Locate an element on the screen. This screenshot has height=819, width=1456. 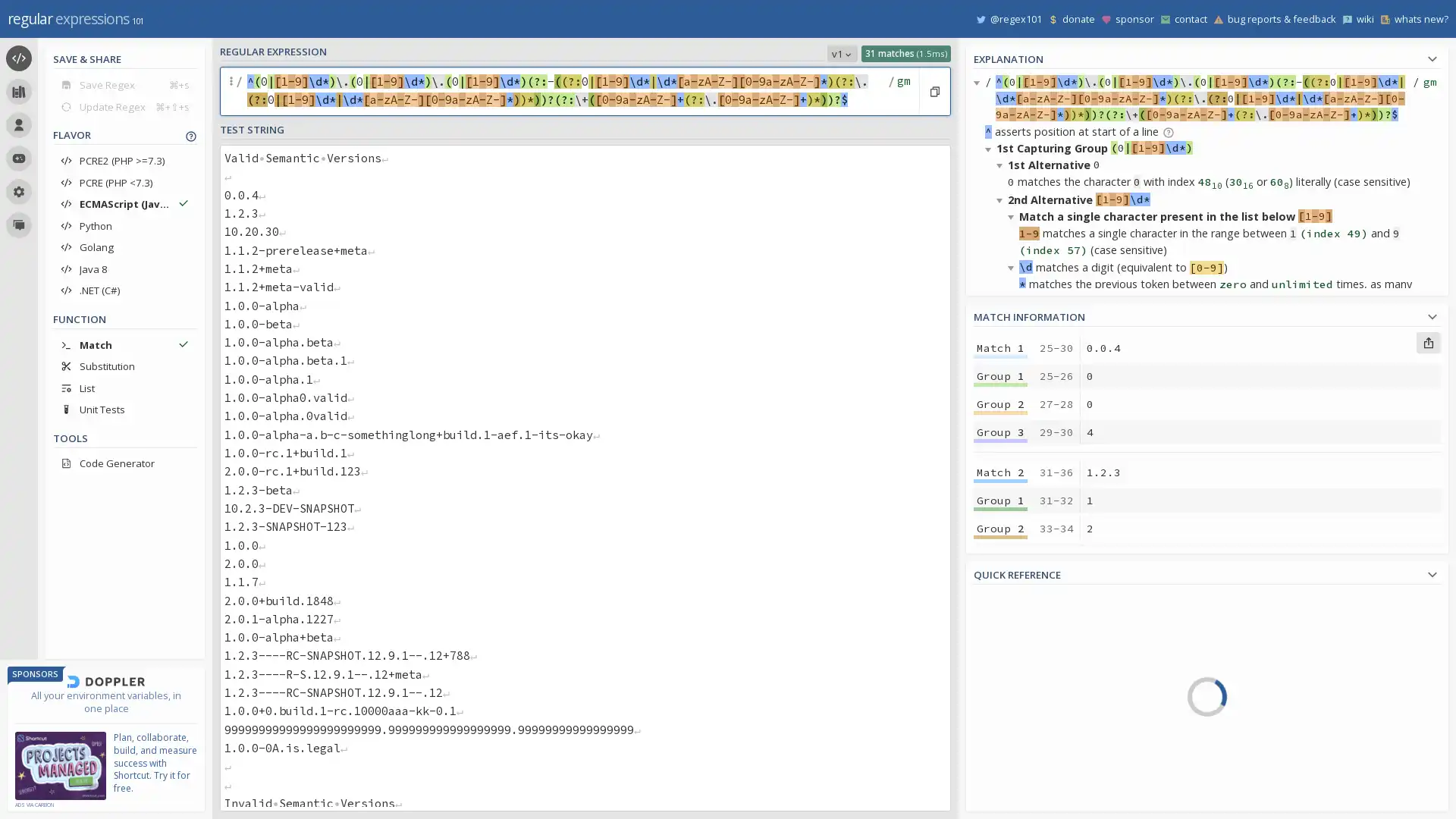
Collapse Subtree is located at coordinates (1013, 455).